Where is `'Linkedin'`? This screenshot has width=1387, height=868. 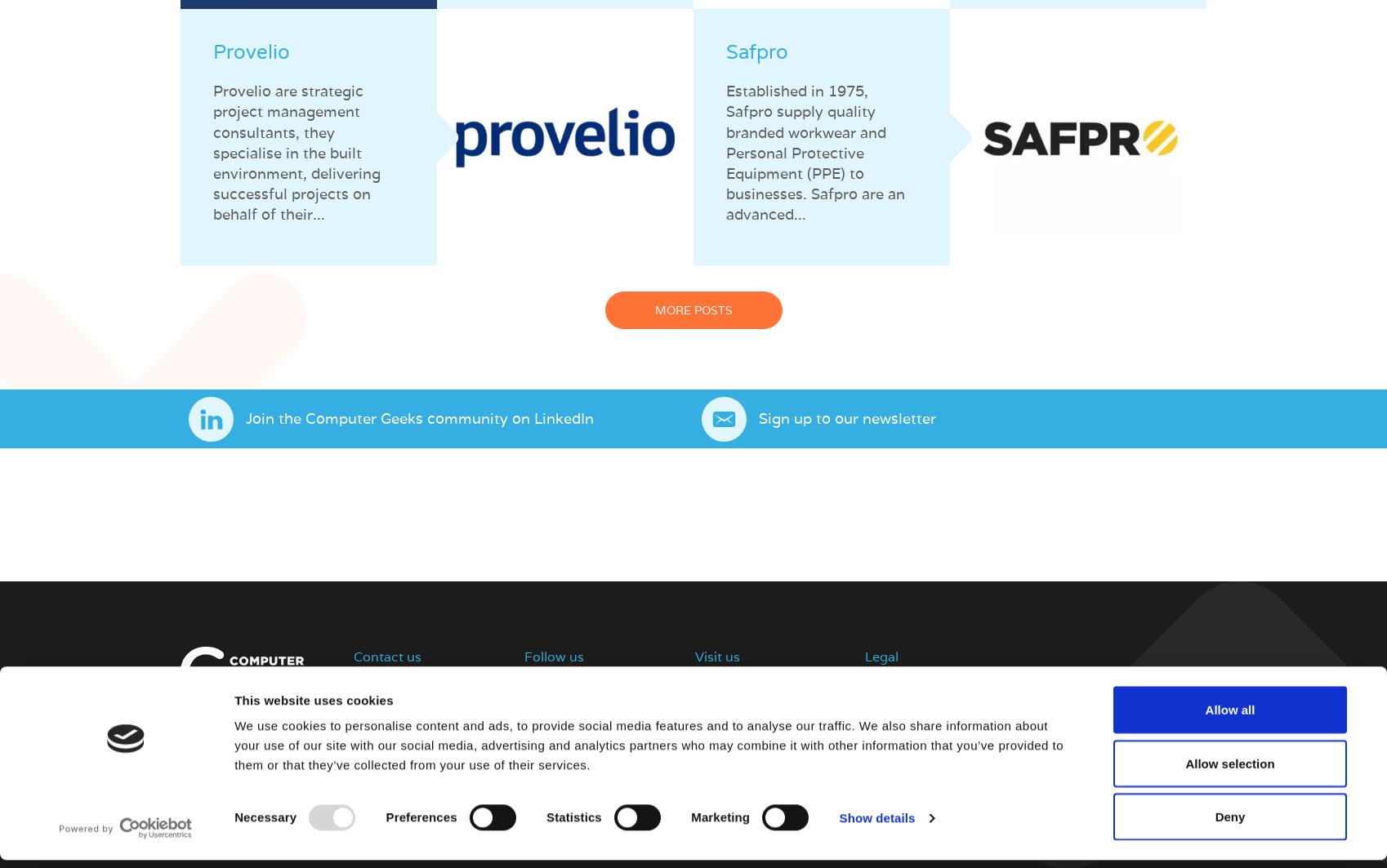 'Linkedin' is located at coordinates (546, 709).